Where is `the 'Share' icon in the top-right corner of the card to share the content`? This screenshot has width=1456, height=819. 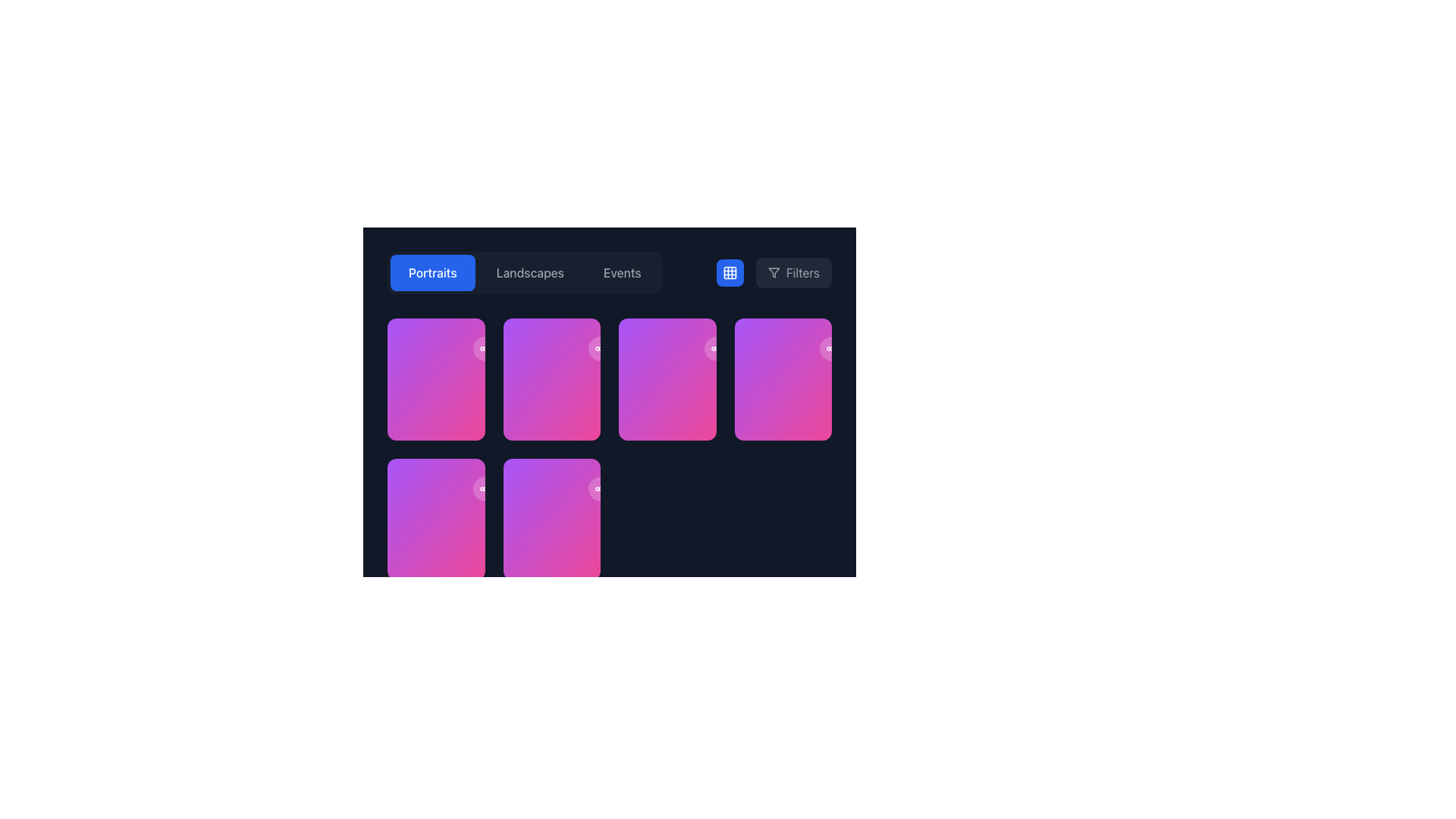 the 'Share' icon in the top-right corner of the card to share the content is located at coordinates (612, 345).